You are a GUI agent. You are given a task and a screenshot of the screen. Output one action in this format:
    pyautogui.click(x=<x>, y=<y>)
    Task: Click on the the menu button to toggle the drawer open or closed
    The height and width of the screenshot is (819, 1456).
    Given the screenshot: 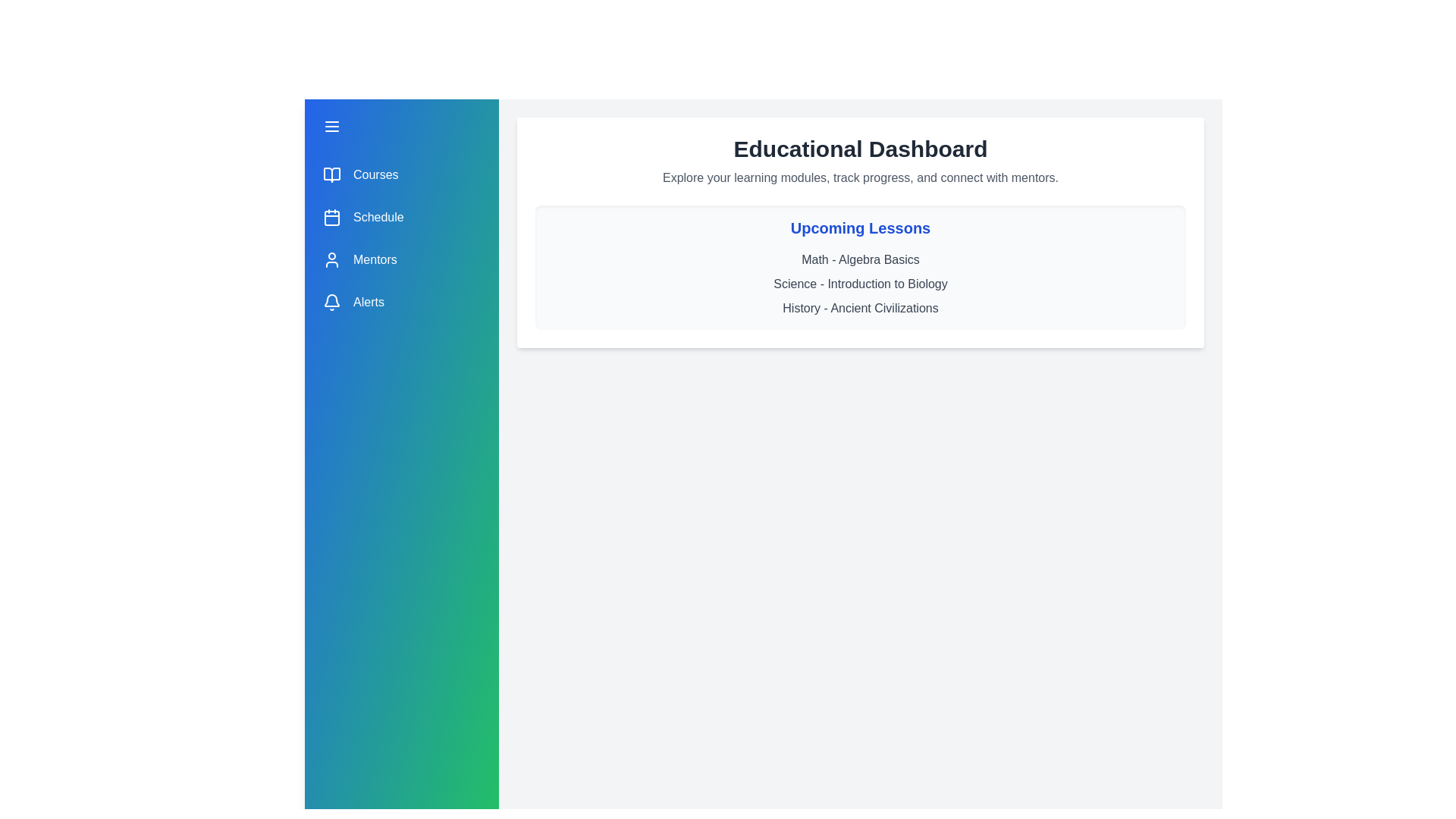 What is the action you would take?
    pyautogui.click(x=331, y=125)
    